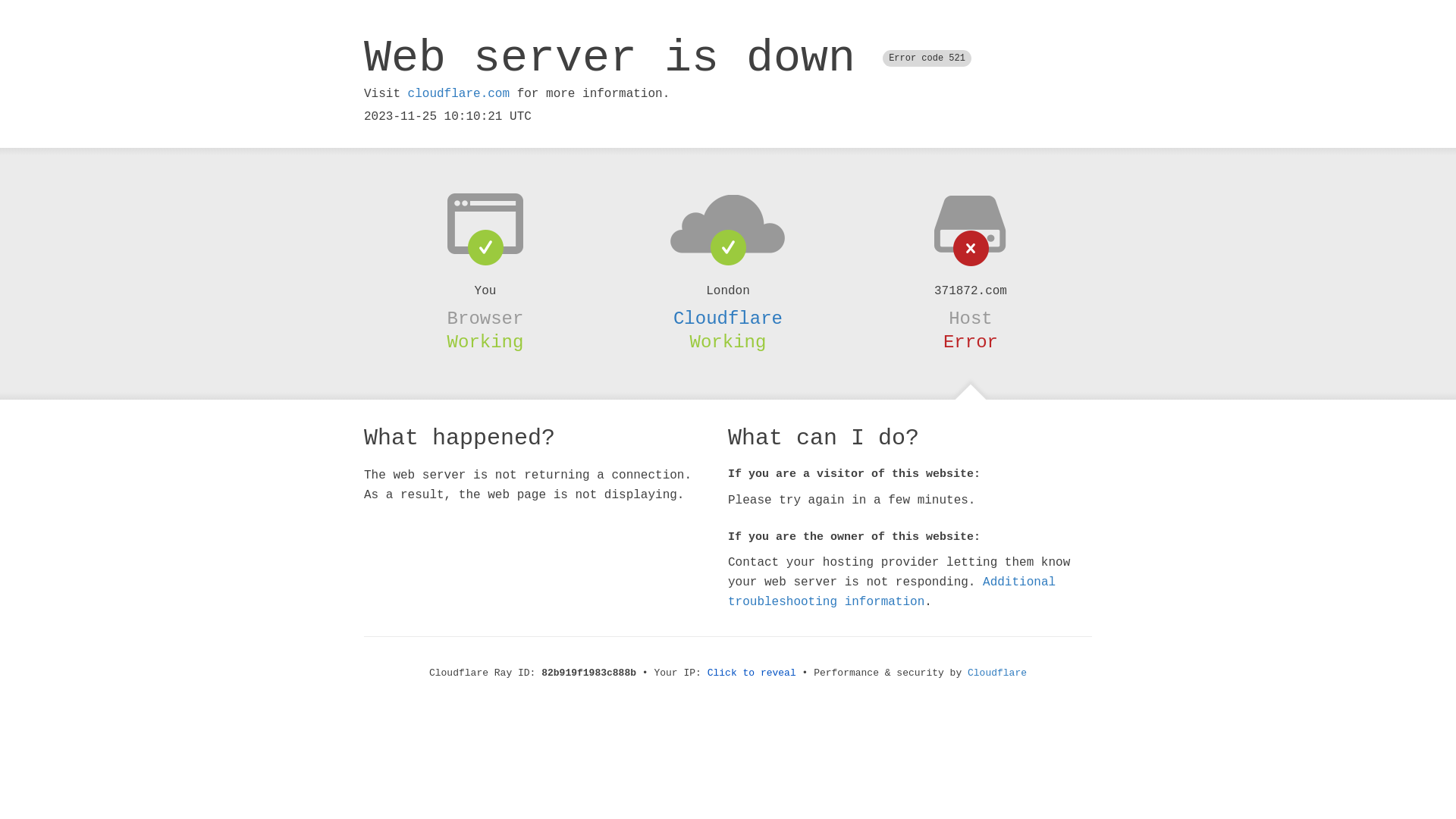  Describe the element at coordinates (728, 318) in the screenshot. I see `'Cloudflare'` at that location.